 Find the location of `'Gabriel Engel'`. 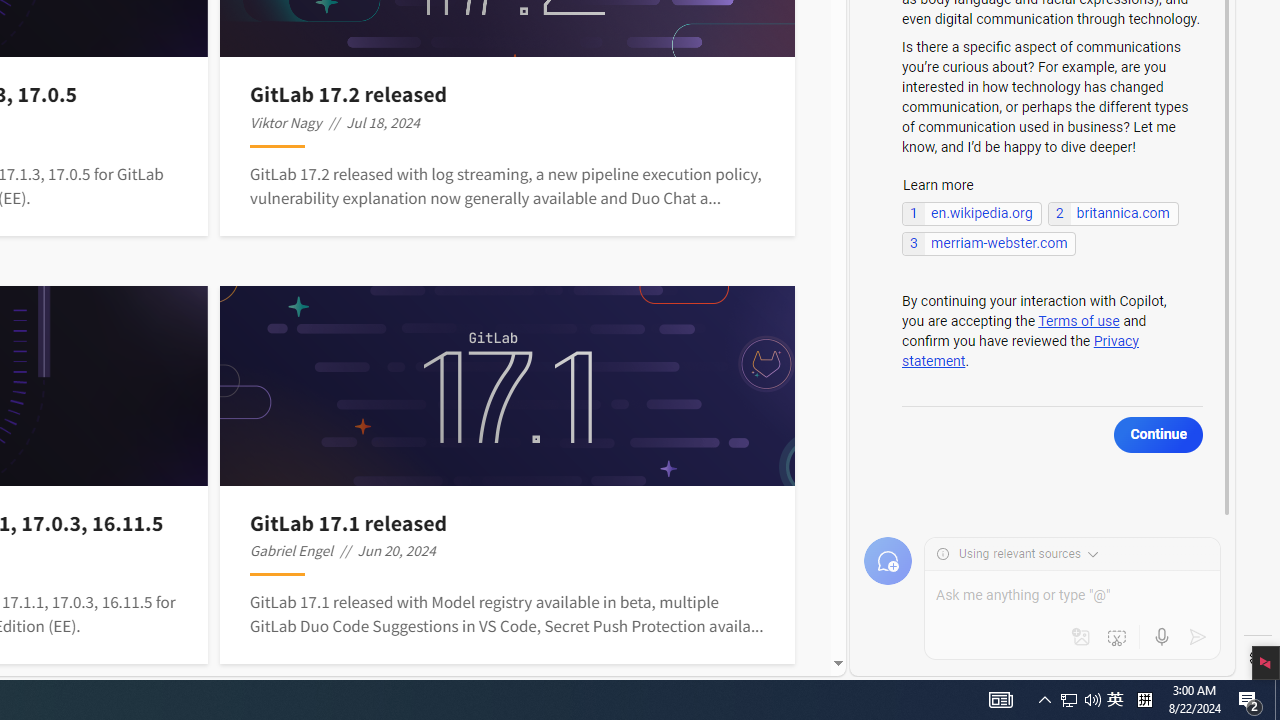

'Gabriel Engel' is located at coordinates (290, 550).